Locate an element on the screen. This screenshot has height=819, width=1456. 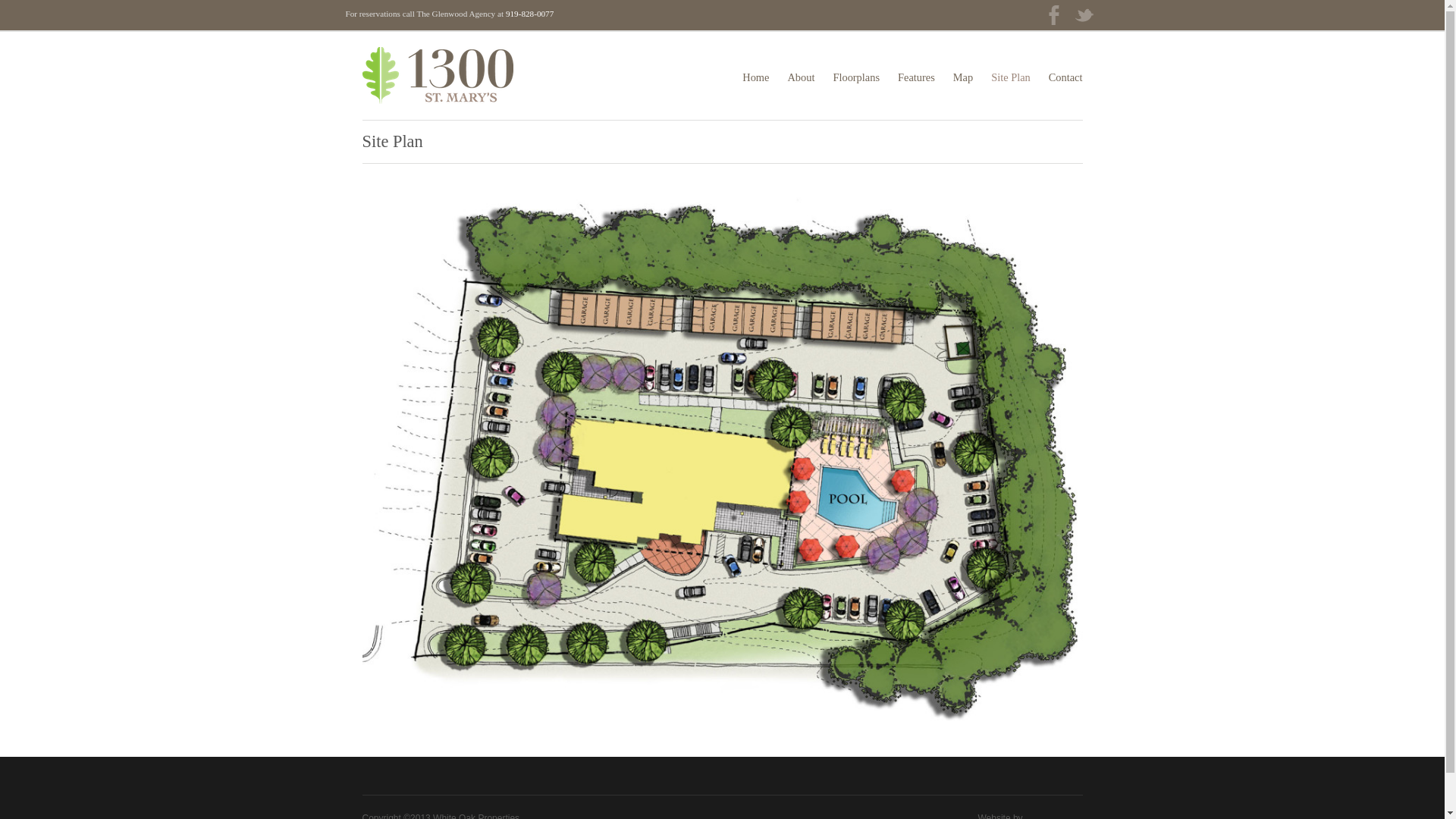
'About' is located at coordinates (800, 77).